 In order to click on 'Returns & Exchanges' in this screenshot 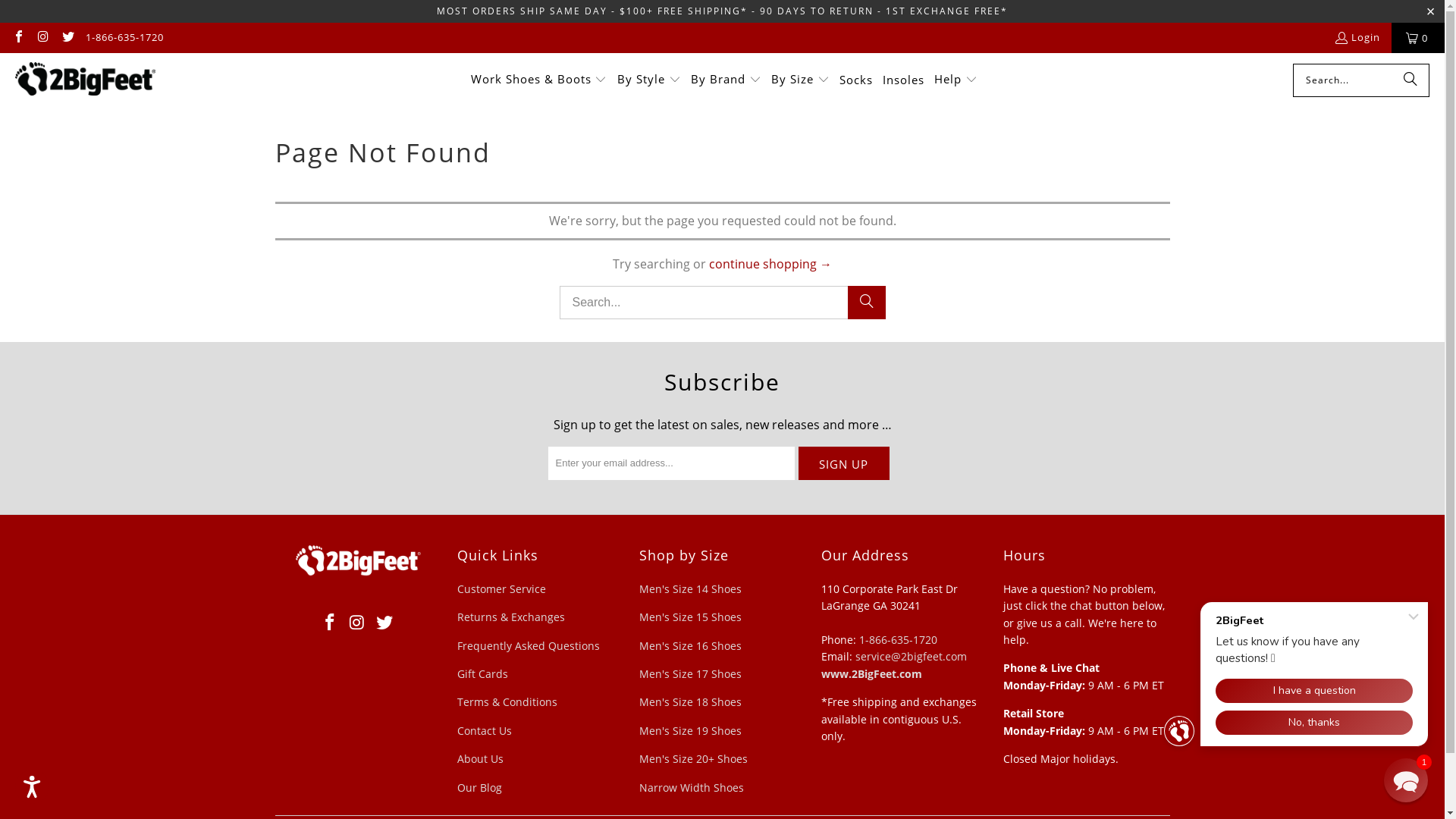, I will do `click(510, 617)`.